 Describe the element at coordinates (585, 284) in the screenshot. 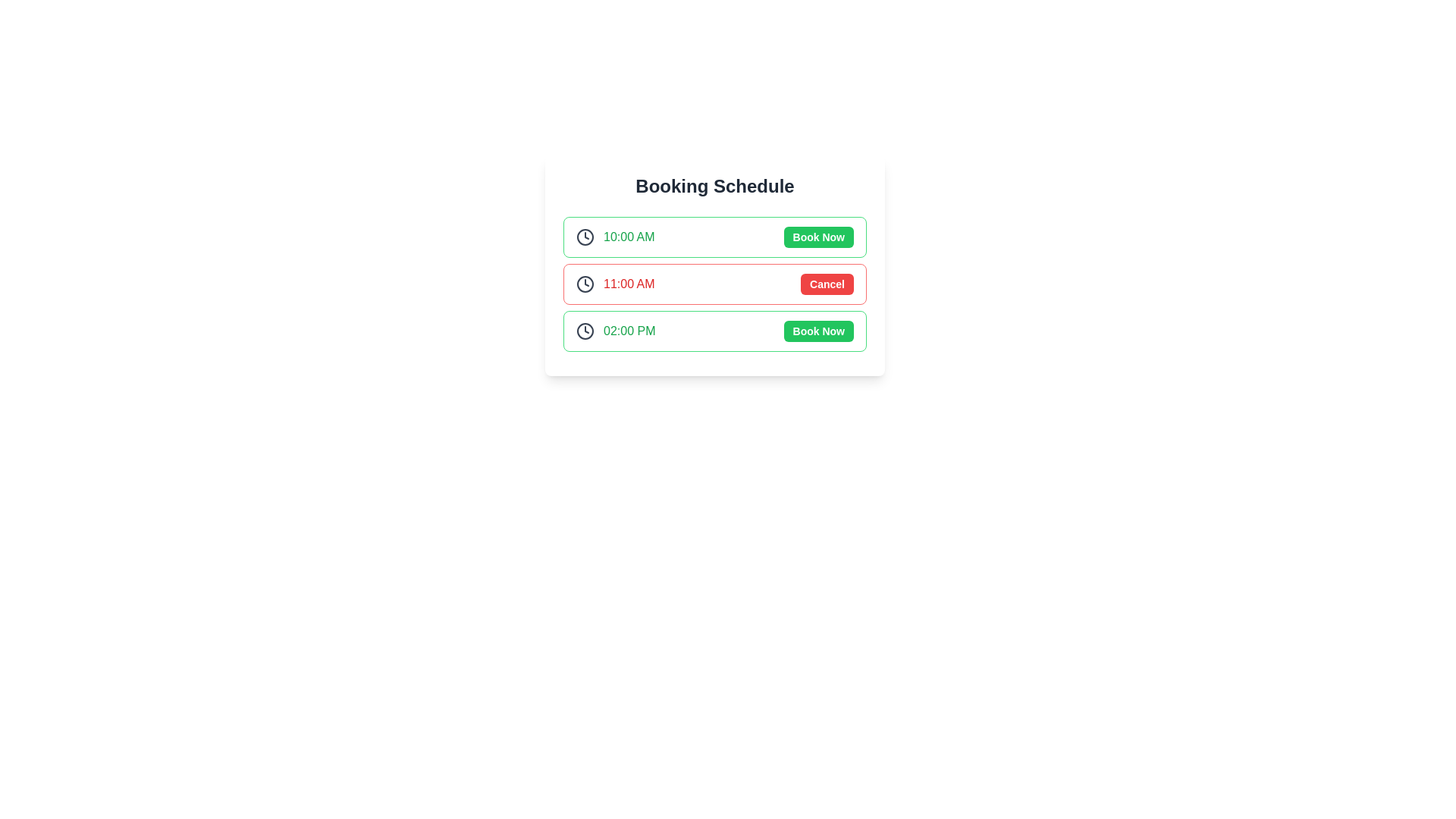

I see `the circular clock icon with a gray outline located in the second row of the booking schedule, adjacent to the '11:00 AM' text` at that location.